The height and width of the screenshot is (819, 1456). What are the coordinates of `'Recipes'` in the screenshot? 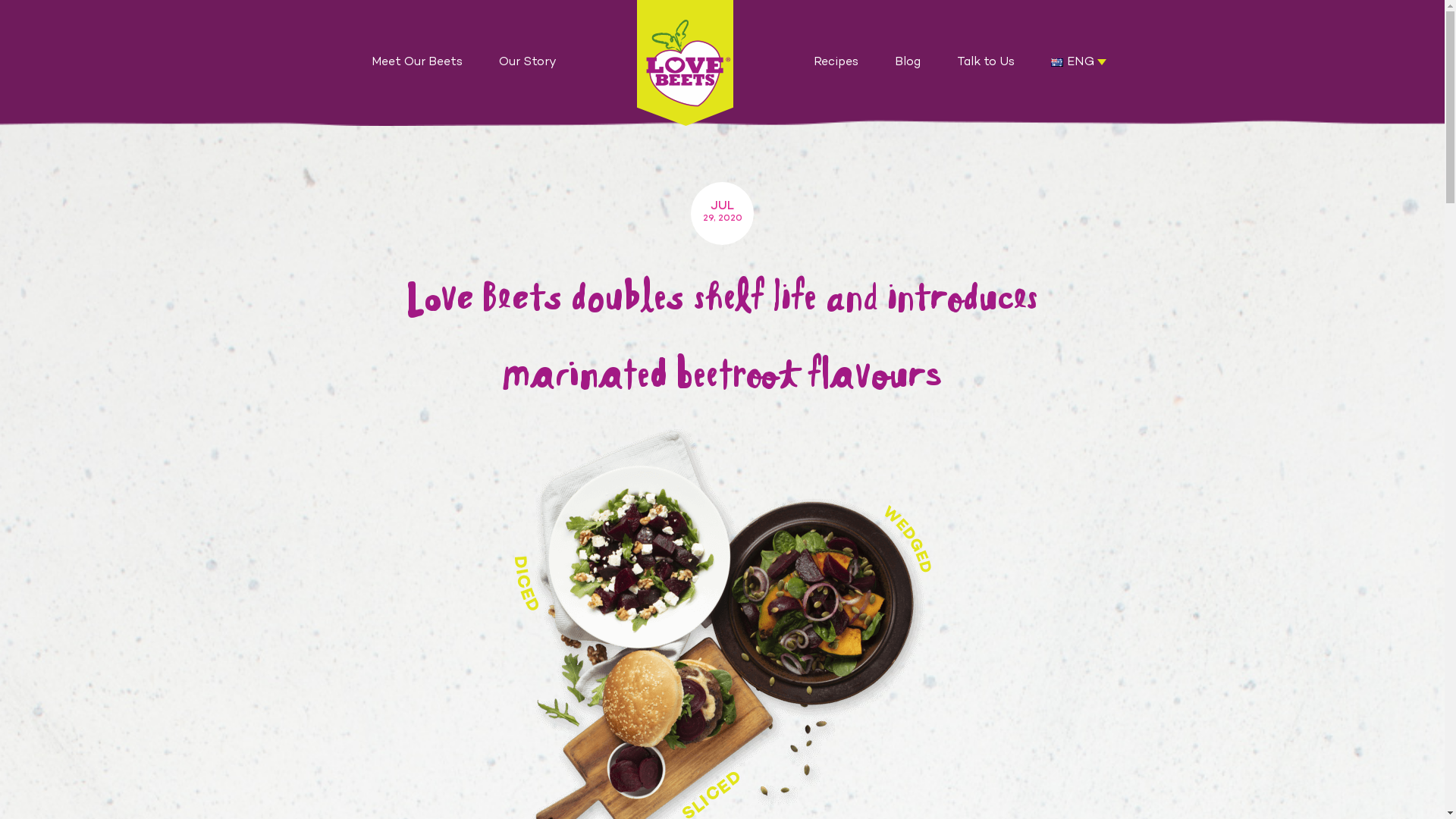 It's located at (835, 62).